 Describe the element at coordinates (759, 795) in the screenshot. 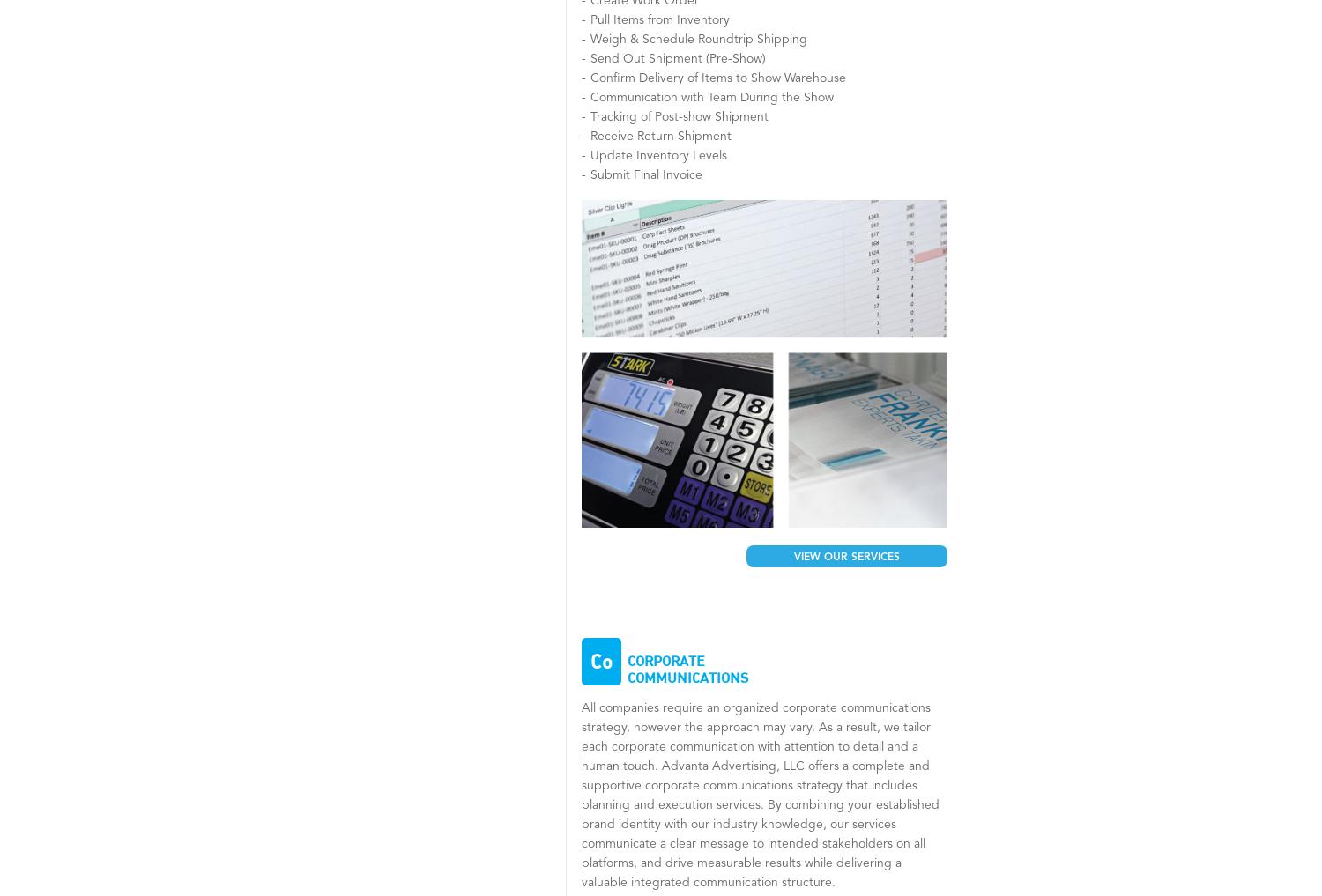

I see `'All companies require an organized corporate communications strategy, however the approach may vary. As a result, we tailor each corporate communication with attention to detail and a human touch. Advanta Advertising, LLC offers a complete and supportive corporate communications strategy that includes planning and execution services. By combining your established brand identity with our industry knowledge, our services communicate a clear message to intended stakeholders on all platforms, and drive measurable results while delivering a valuable integrated communication structure.'` at that location.